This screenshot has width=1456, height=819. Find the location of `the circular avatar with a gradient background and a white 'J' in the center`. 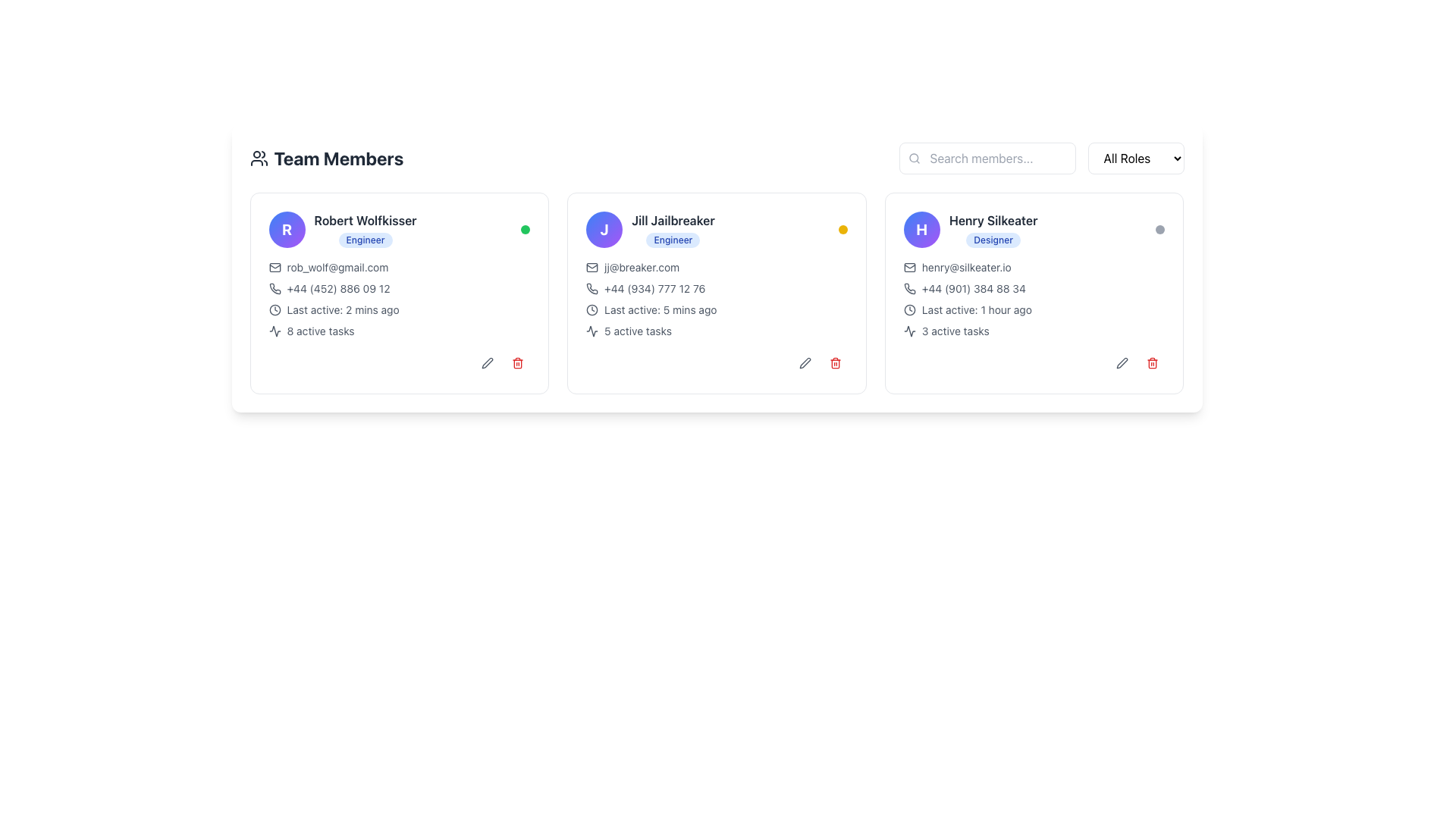

the circular avatar with a gradient background and a white 'J' in the center is located at coordinates (604, 230).